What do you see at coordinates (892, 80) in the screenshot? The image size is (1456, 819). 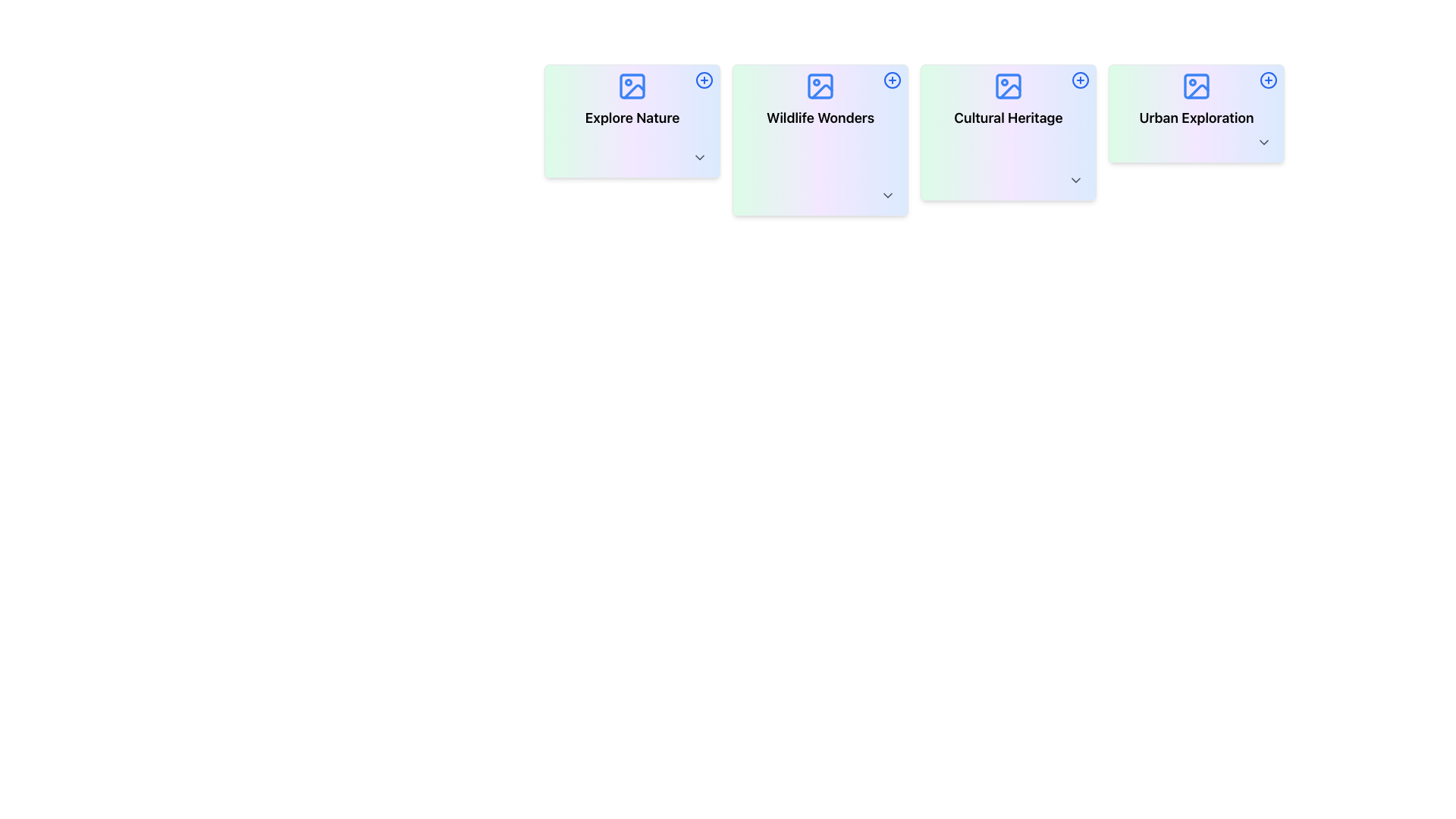 I see `the button located at the top-right part of the 'Wildlife Wonders' card, which is used for adding or creating a new item` at bounding box center [892, 80].